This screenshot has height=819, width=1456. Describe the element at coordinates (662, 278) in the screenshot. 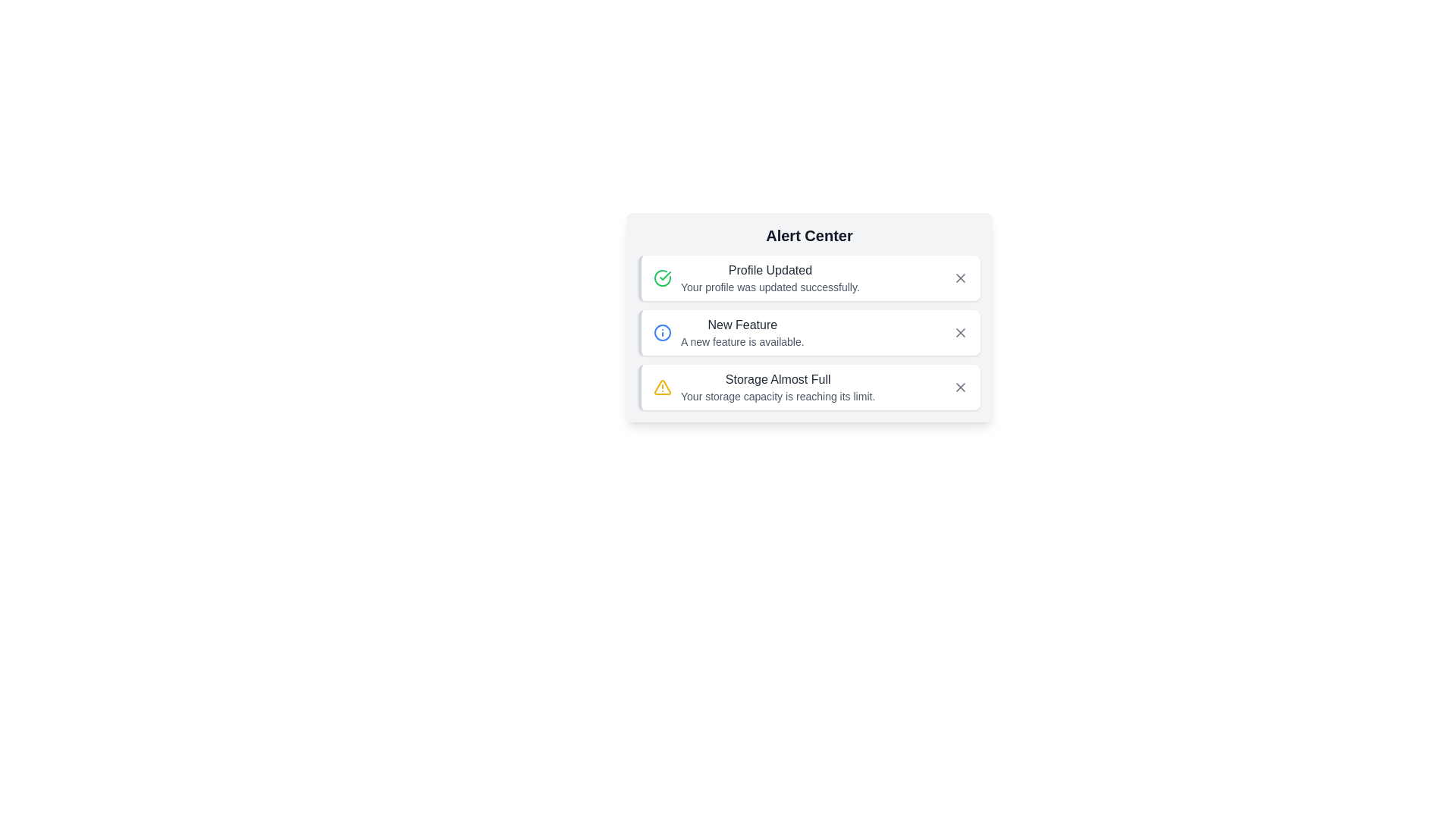

I see `the type of alert` at that location.